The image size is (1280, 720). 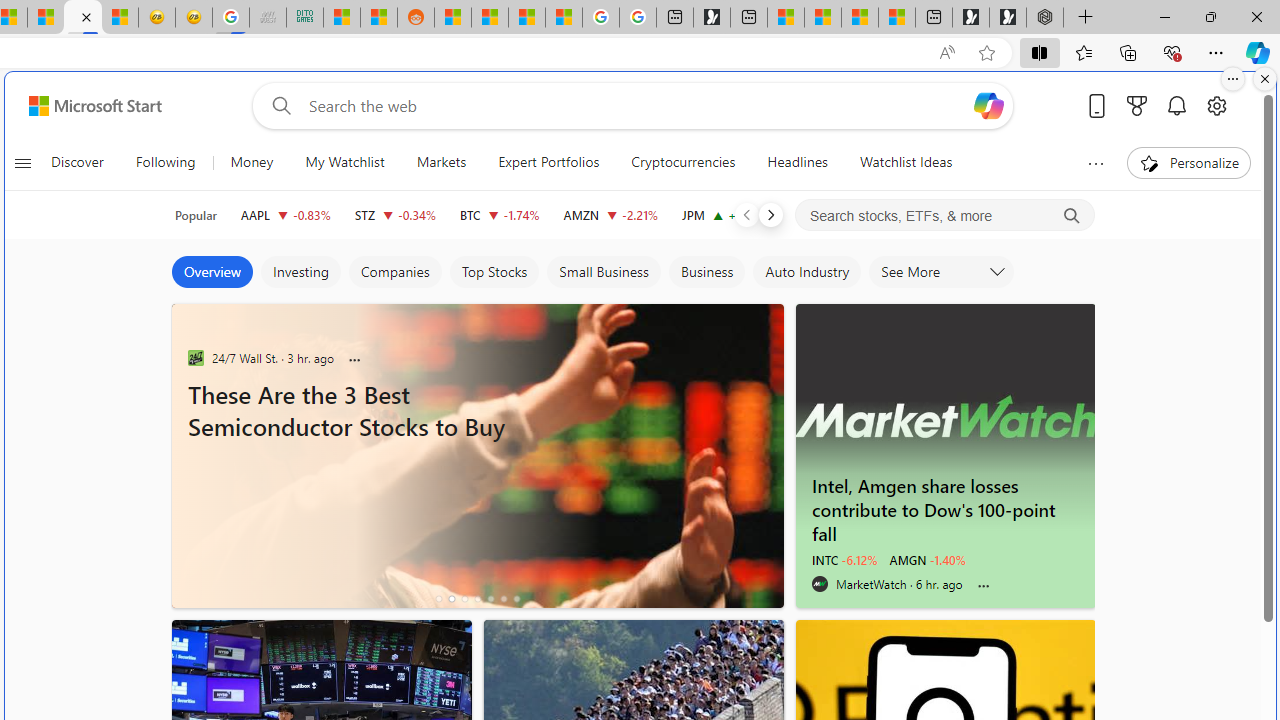 What do you see at coordinates (745, 214) in the screenshot?
I see `'Previous'` at bounding box center [745, 214].